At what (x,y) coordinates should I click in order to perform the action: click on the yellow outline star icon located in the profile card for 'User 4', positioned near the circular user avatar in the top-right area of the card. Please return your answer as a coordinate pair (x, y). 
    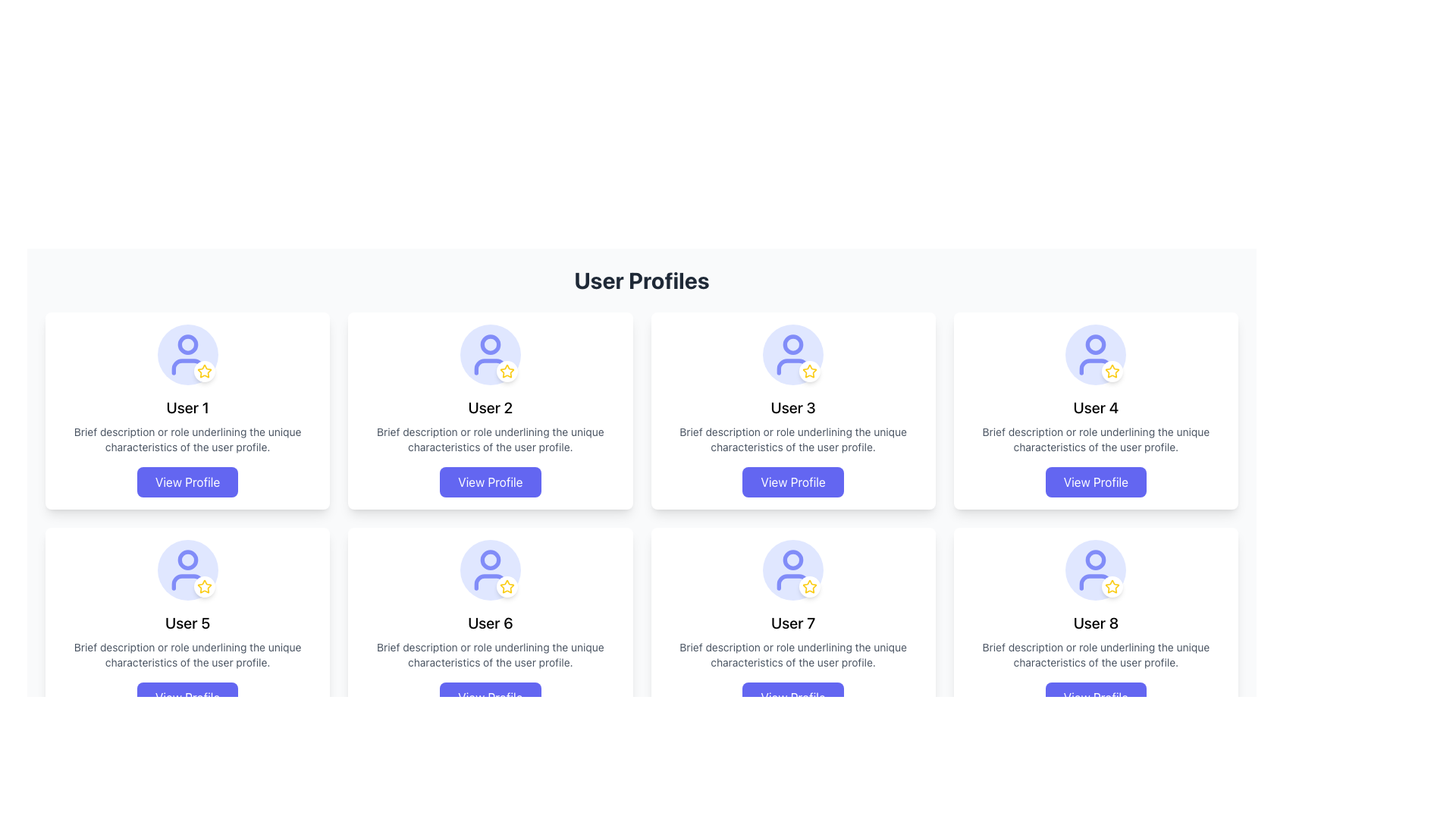
    Looking at the image, I should click on (1112, 371).